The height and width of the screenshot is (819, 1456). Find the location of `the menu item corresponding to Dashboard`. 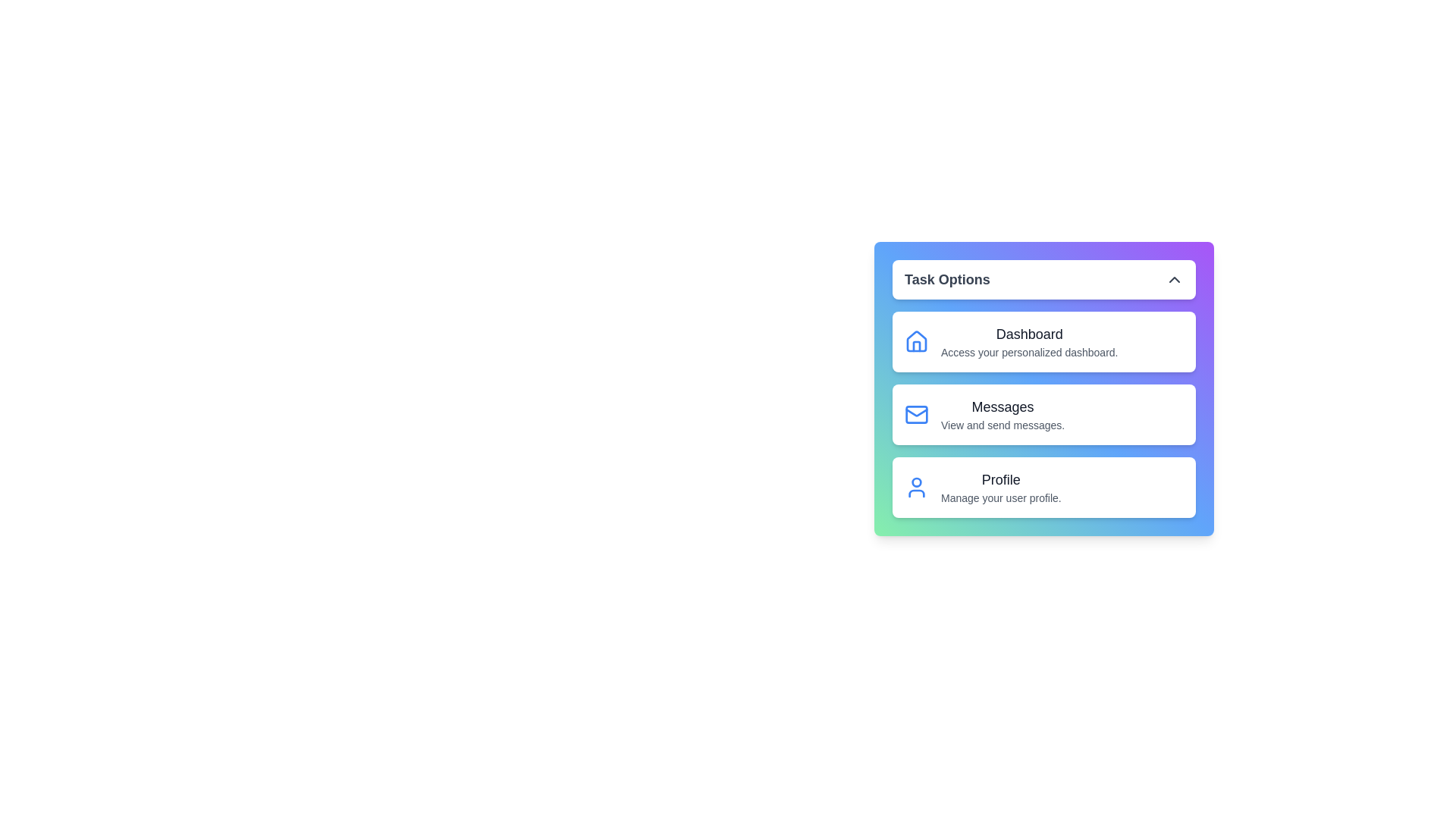

the menu item corresponding to Dashboard is located at coordinates (1043, 342).